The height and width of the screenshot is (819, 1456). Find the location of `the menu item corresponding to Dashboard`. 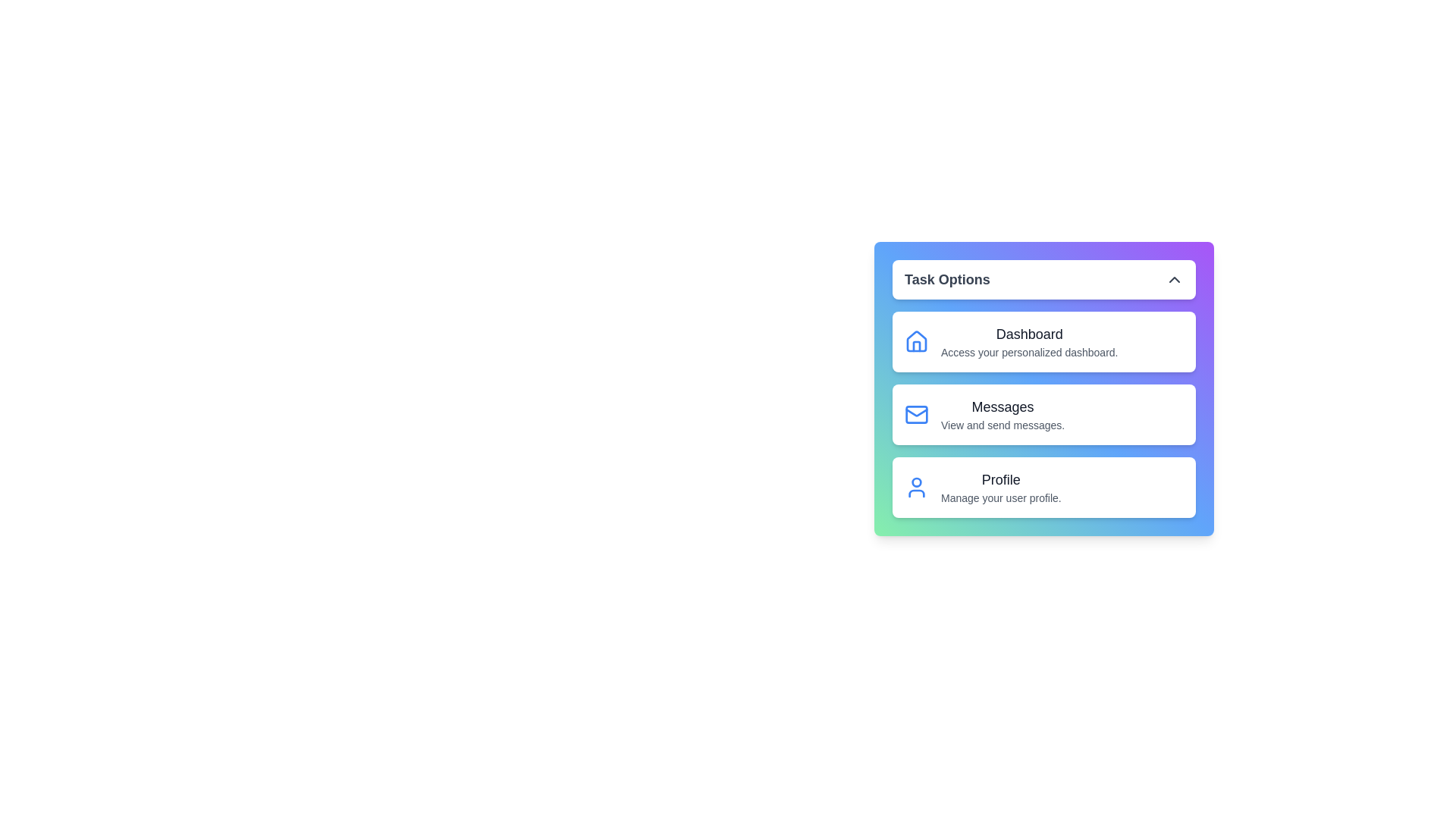

the menu item corresponding to Dashboard is located at coordinates (1043, 342).